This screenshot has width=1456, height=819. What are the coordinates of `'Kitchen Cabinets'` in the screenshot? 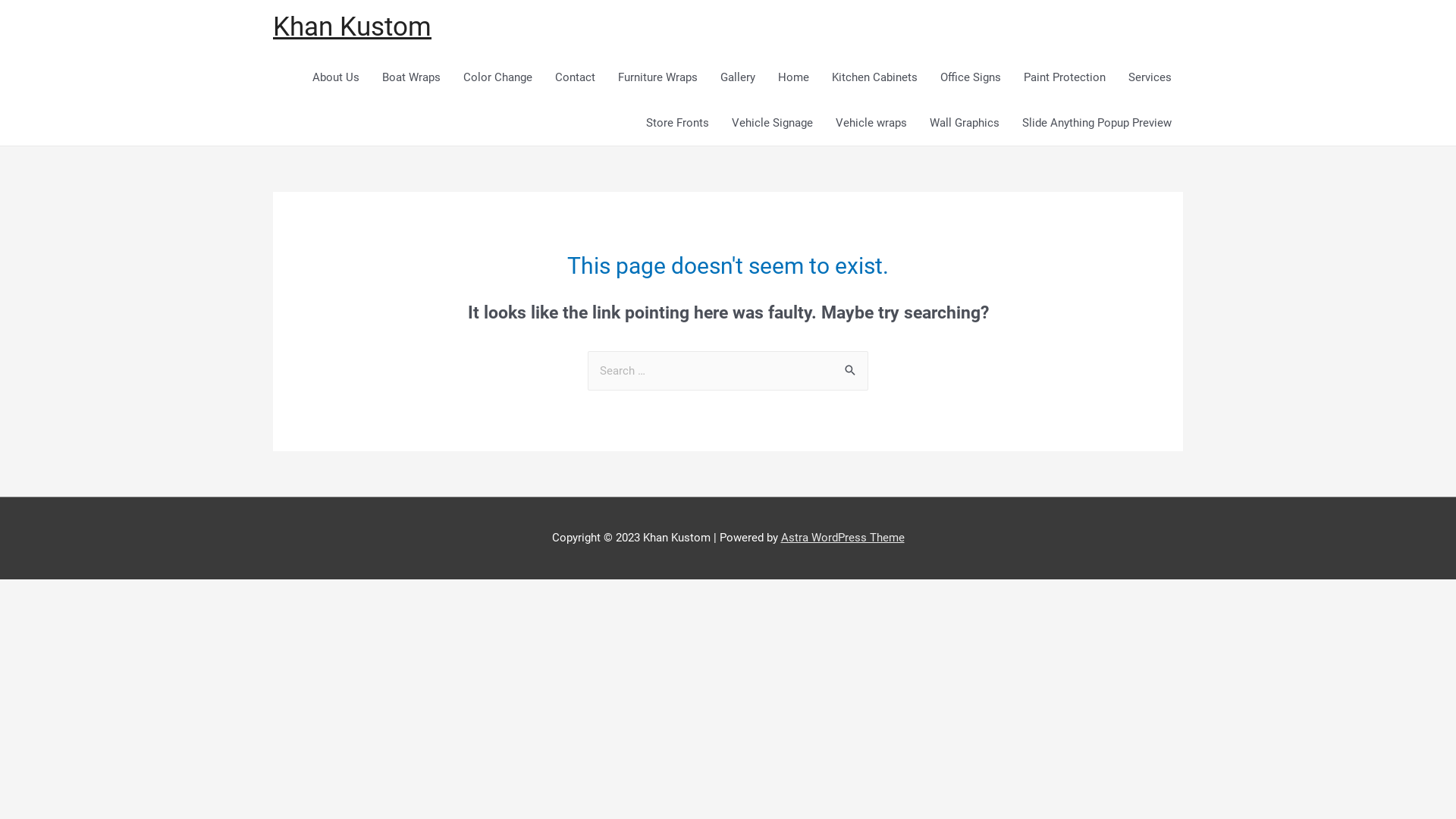 It's located at (874, 77).